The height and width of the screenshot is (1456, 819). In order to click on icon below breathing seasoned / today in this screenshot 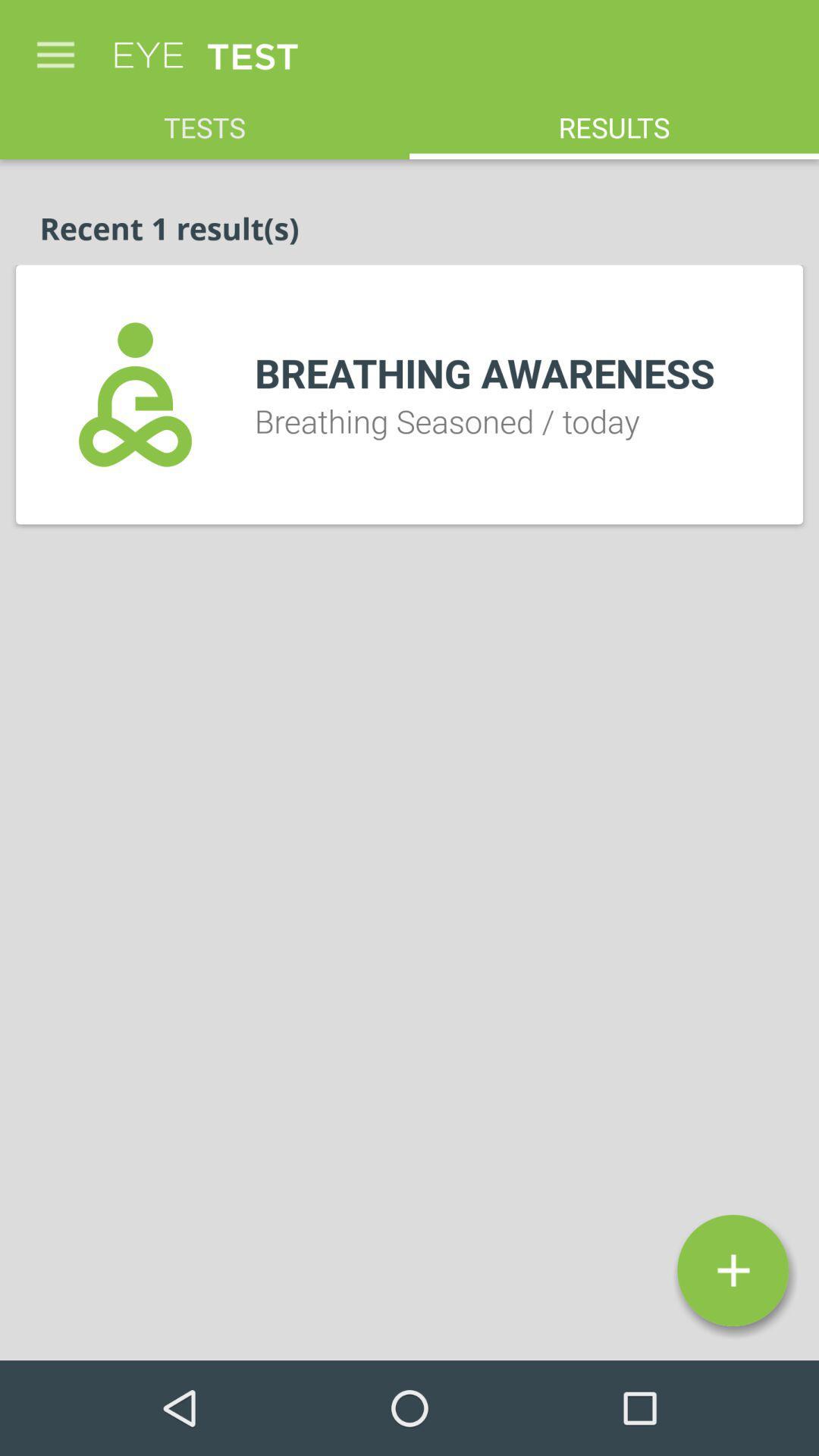, I will do `click(732, 1270)`.